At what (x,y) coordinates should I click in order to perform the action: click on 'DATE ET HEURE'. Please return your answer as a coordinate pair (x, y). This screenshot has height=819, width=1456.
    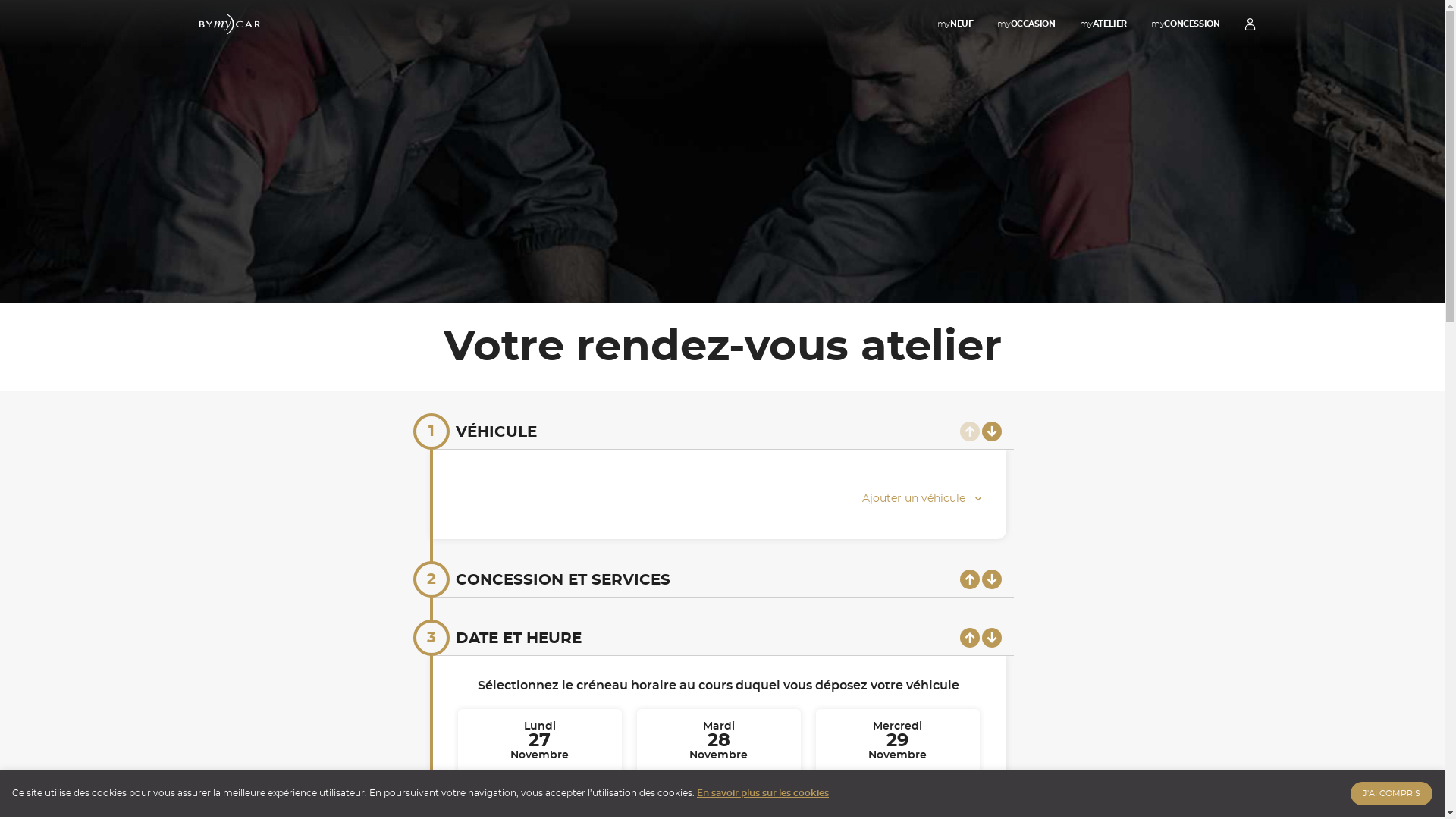
    Looking at the image, I should click on (517, 638).